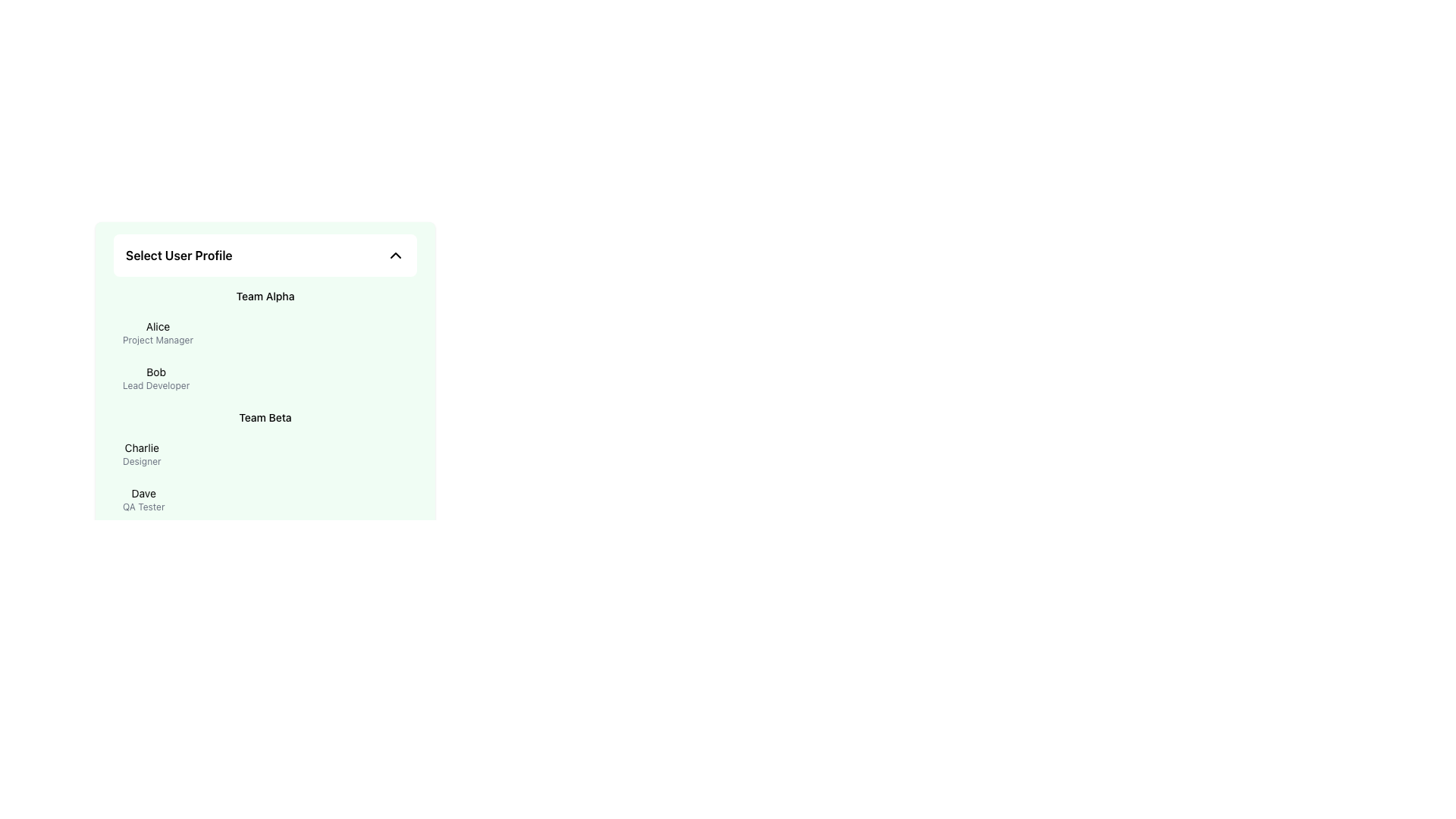 The height and width of the screenshot is (819, 1456). I want to click on the informational display area that shows the list of team members grouped under 'Team Alpha' and 'Team Beta' within the 'Select User Profile' panel, so click(265, 405).